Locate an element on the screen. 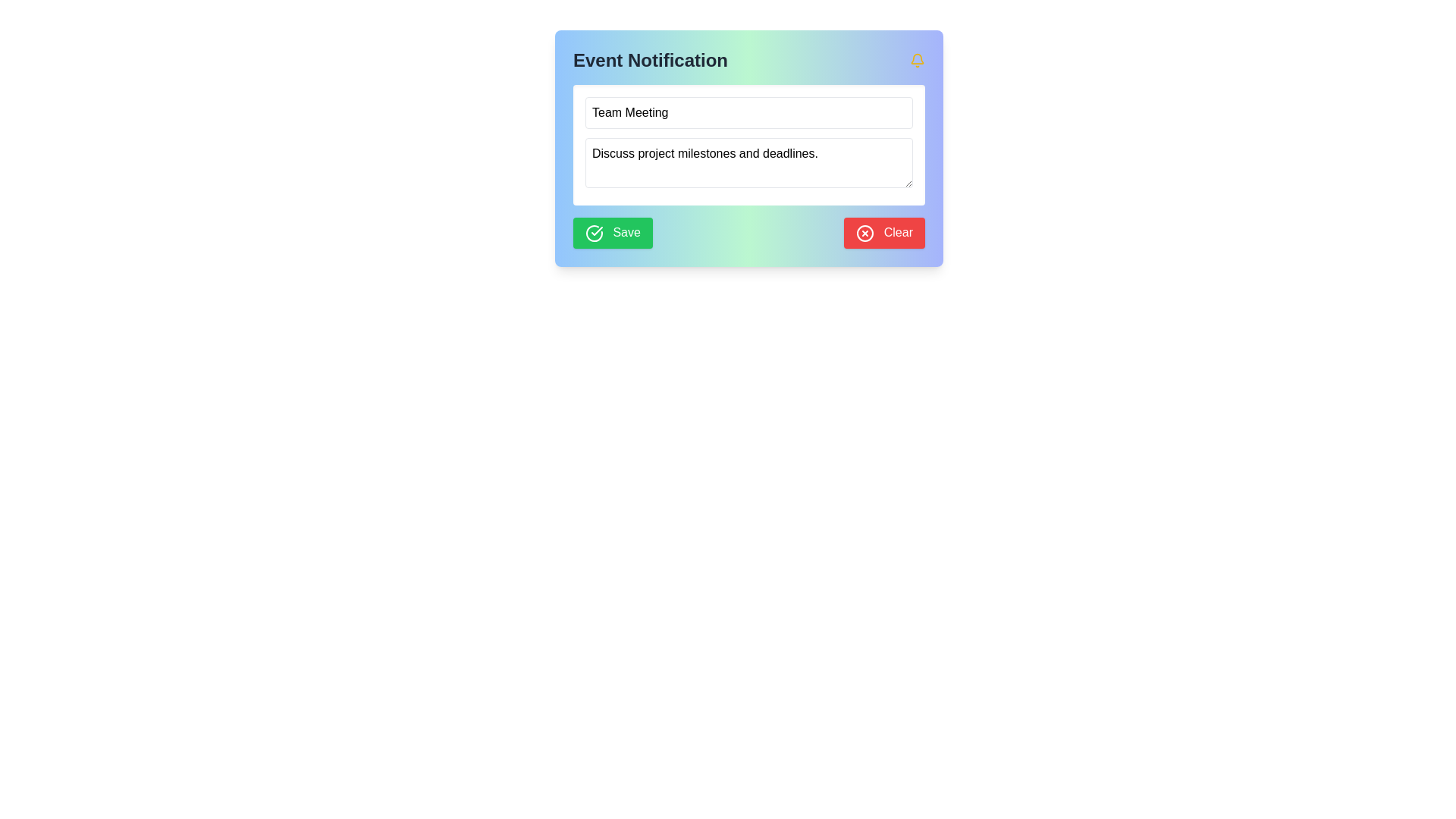 Image resolution: width=1456 pixels, height=819 pixels. the multiline text input field located below the 'Team Meeting' single-line text input is located at coordinates (749, 145).